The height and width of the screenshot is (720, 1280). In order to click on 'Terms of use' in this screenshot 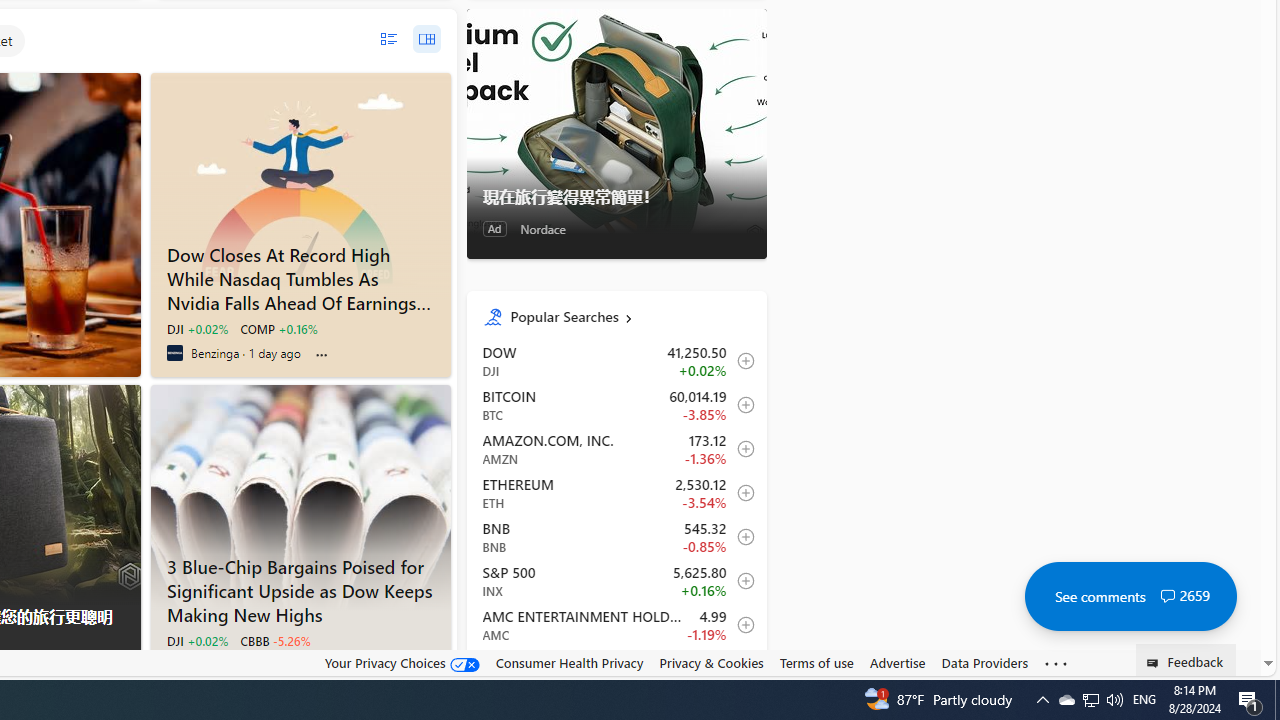, I will do `click(816, 662)`.